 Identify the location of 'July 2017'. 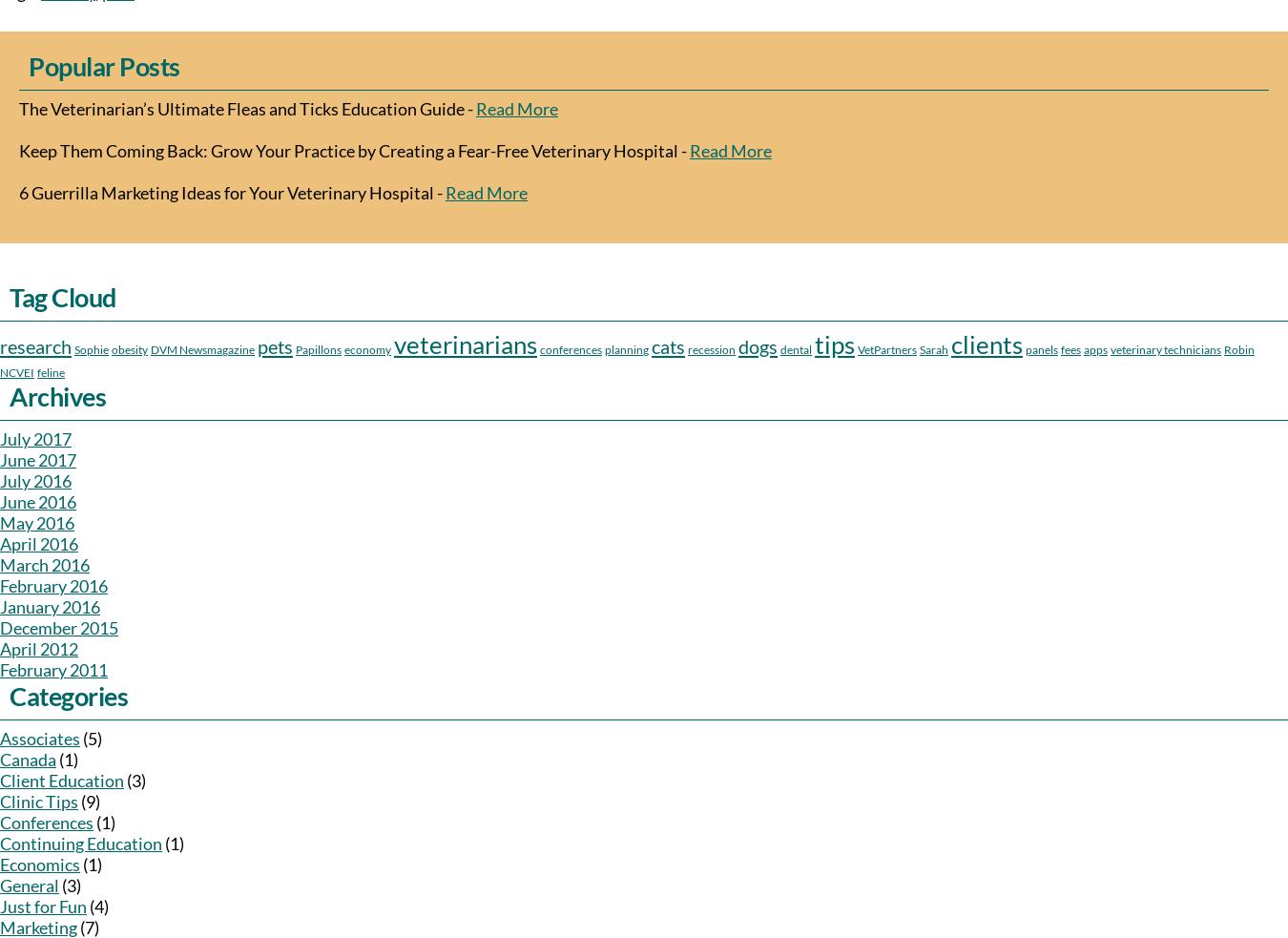
(0, 438).